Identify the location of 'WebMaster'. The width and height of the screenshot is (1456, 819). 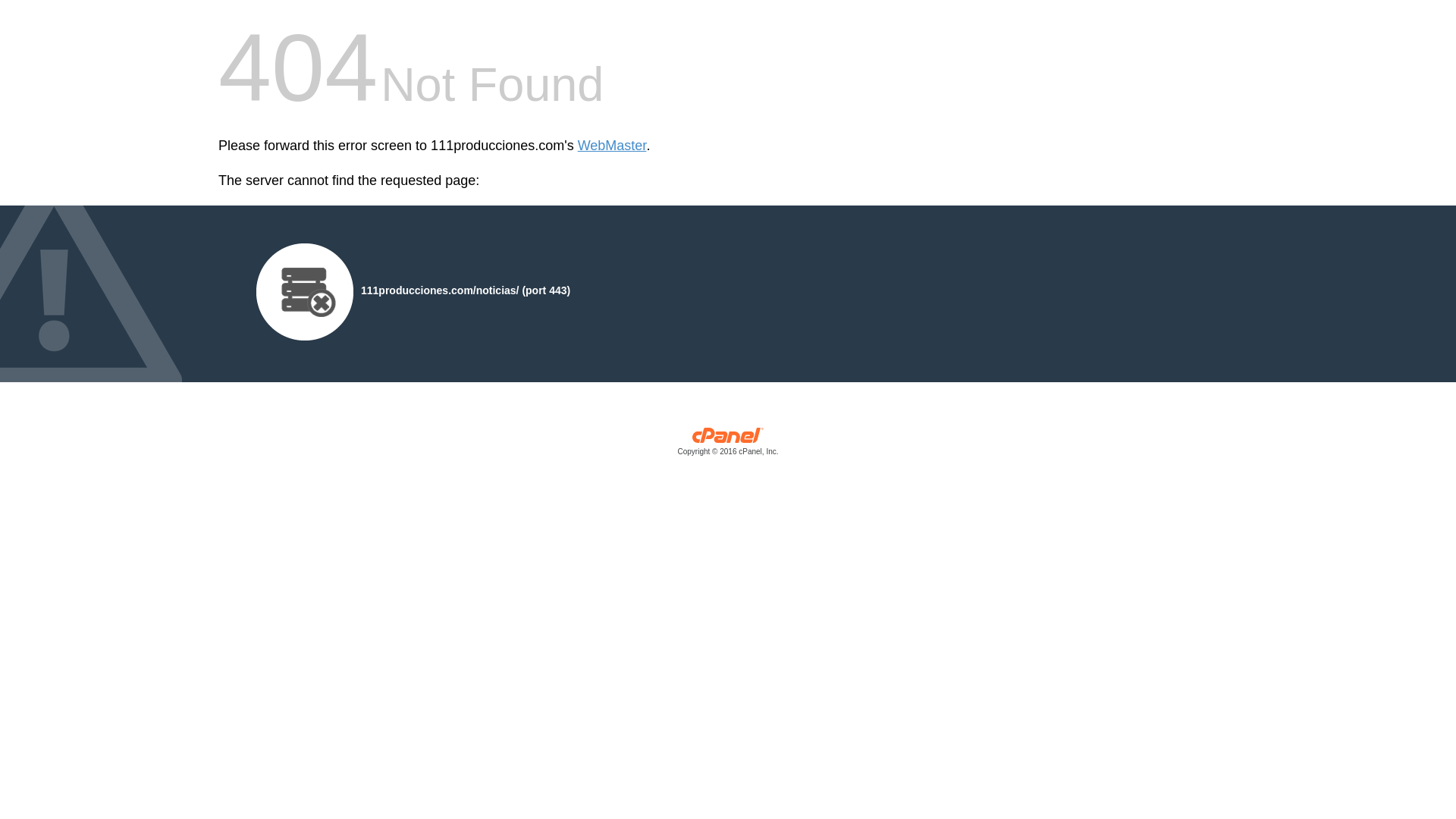
(577, 146).